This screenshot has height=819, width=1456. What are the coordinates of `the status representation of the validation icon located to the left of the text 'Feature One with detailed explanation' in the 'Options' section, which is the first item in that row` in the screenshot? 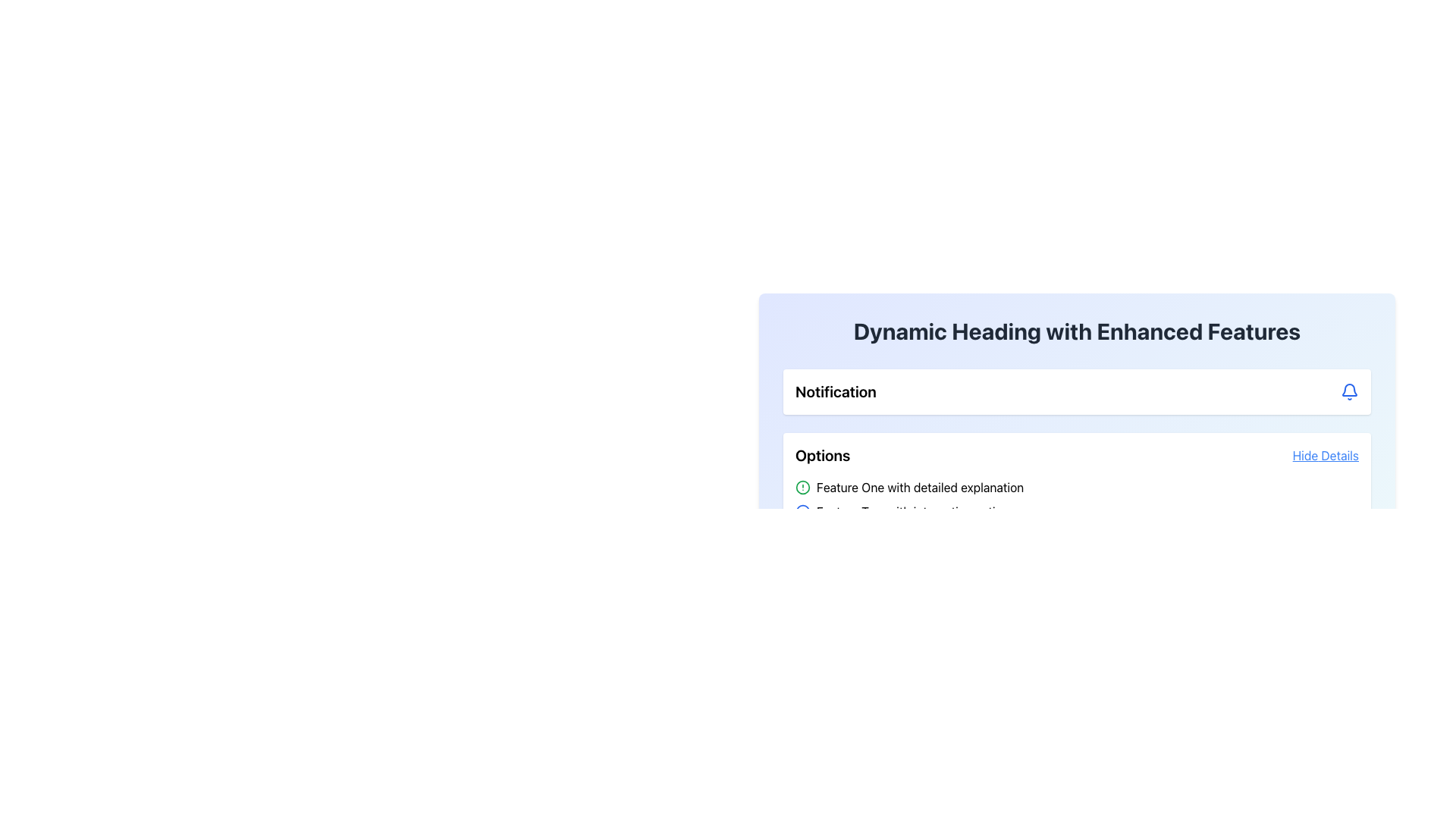 It's located at (802, 488).